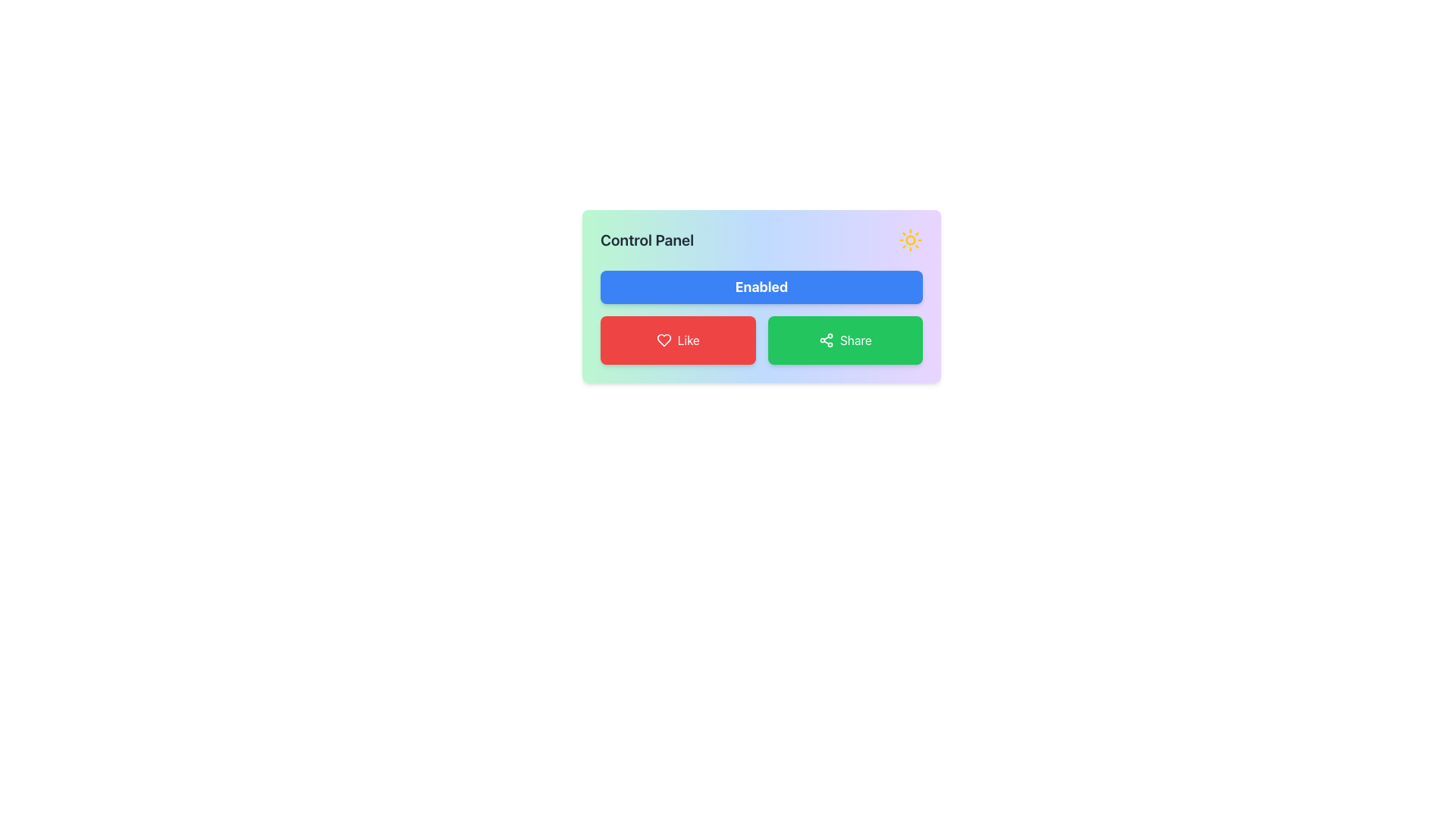 Image resolution: width=1456 pixels, height=819 pixels. Describe the element at coordinates (825, 339) in the screenshot. I see `the 'Share' icon located centrally within the 'Share' button at the bottom-right of the control panel` at that location.